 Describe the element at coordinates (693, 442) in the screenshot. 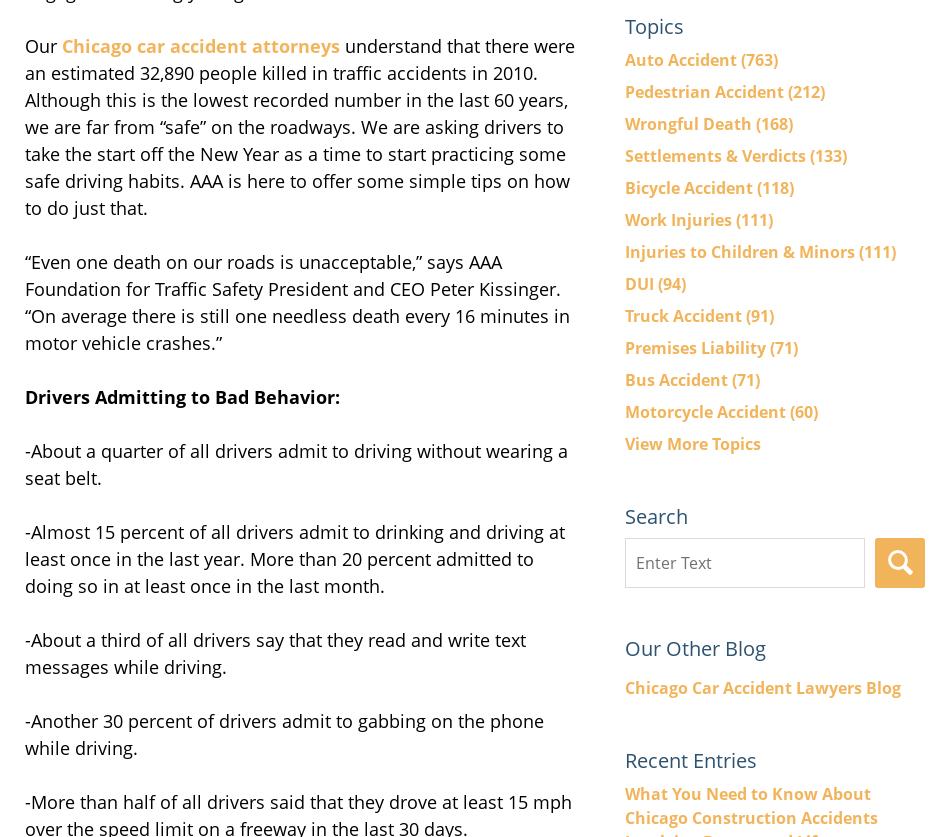

I see `'View More Topics'` at that location.